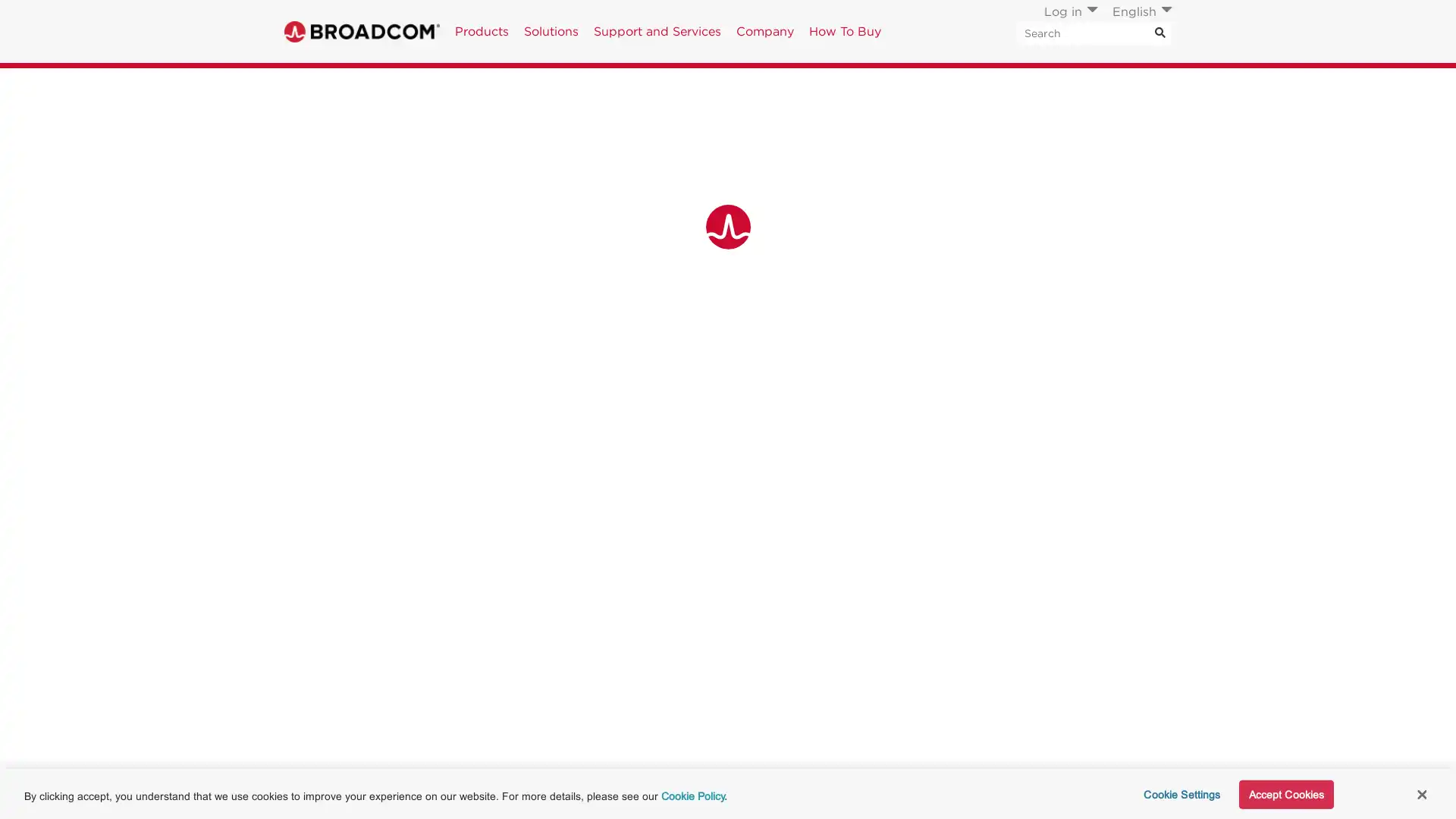  What do you see at coordinates (422, 748) in the screenshot?
I see `Play Video` at bounding box center [422, 748].